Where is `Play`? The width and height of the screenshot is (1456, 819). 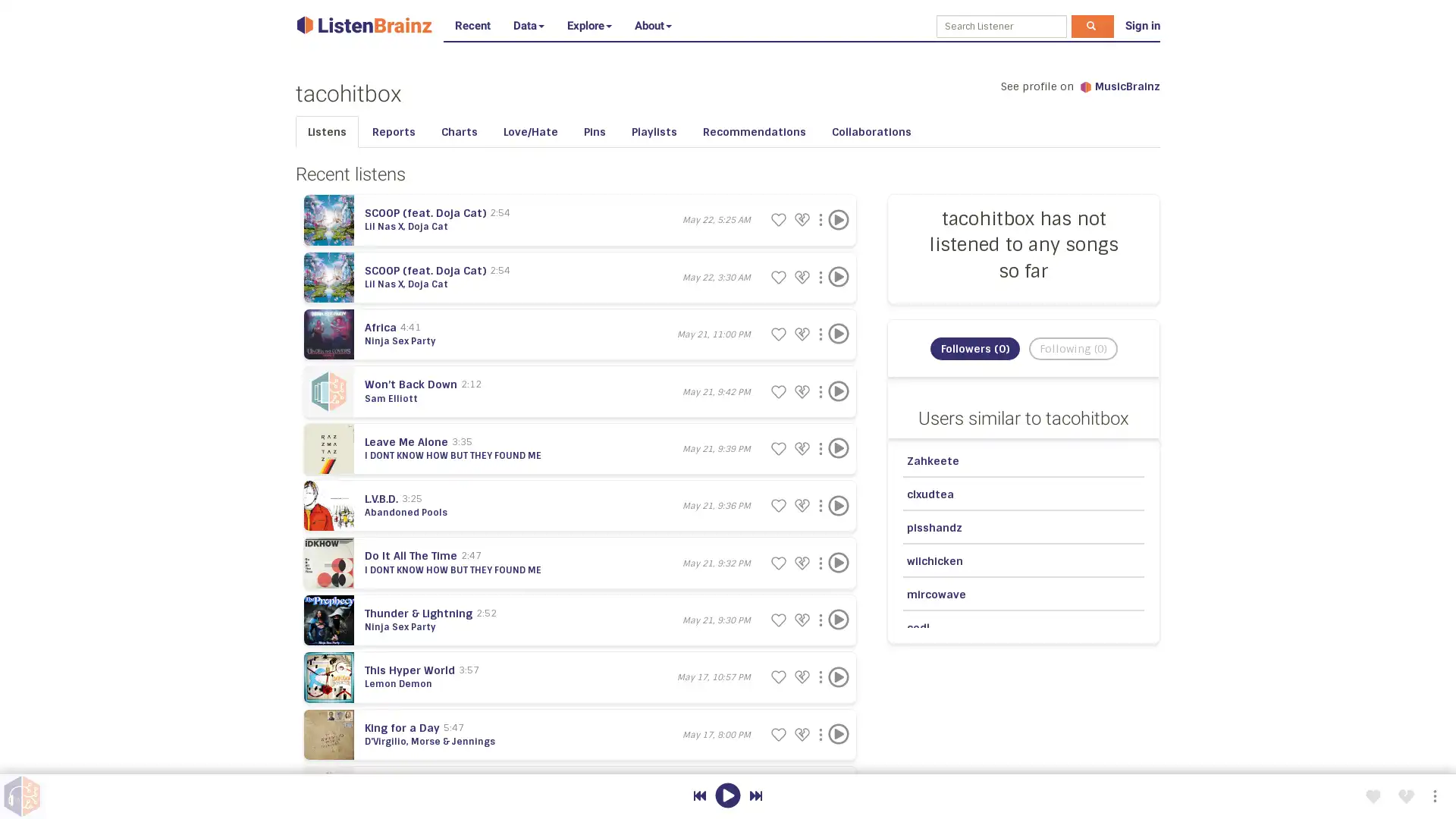
Play is located at coordinates (837, 219).